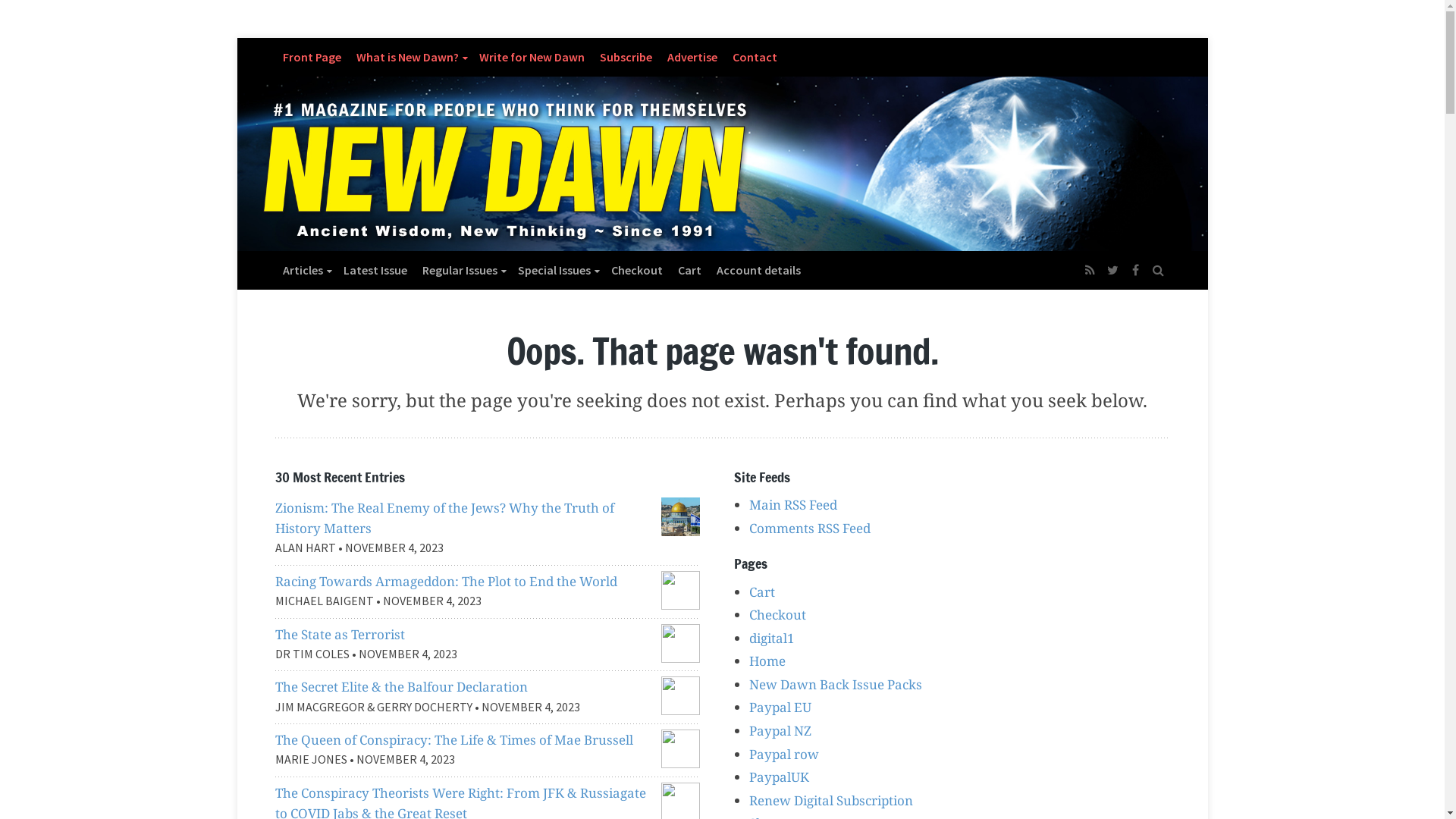  I want to click on 'Articles', so click(304, 268).